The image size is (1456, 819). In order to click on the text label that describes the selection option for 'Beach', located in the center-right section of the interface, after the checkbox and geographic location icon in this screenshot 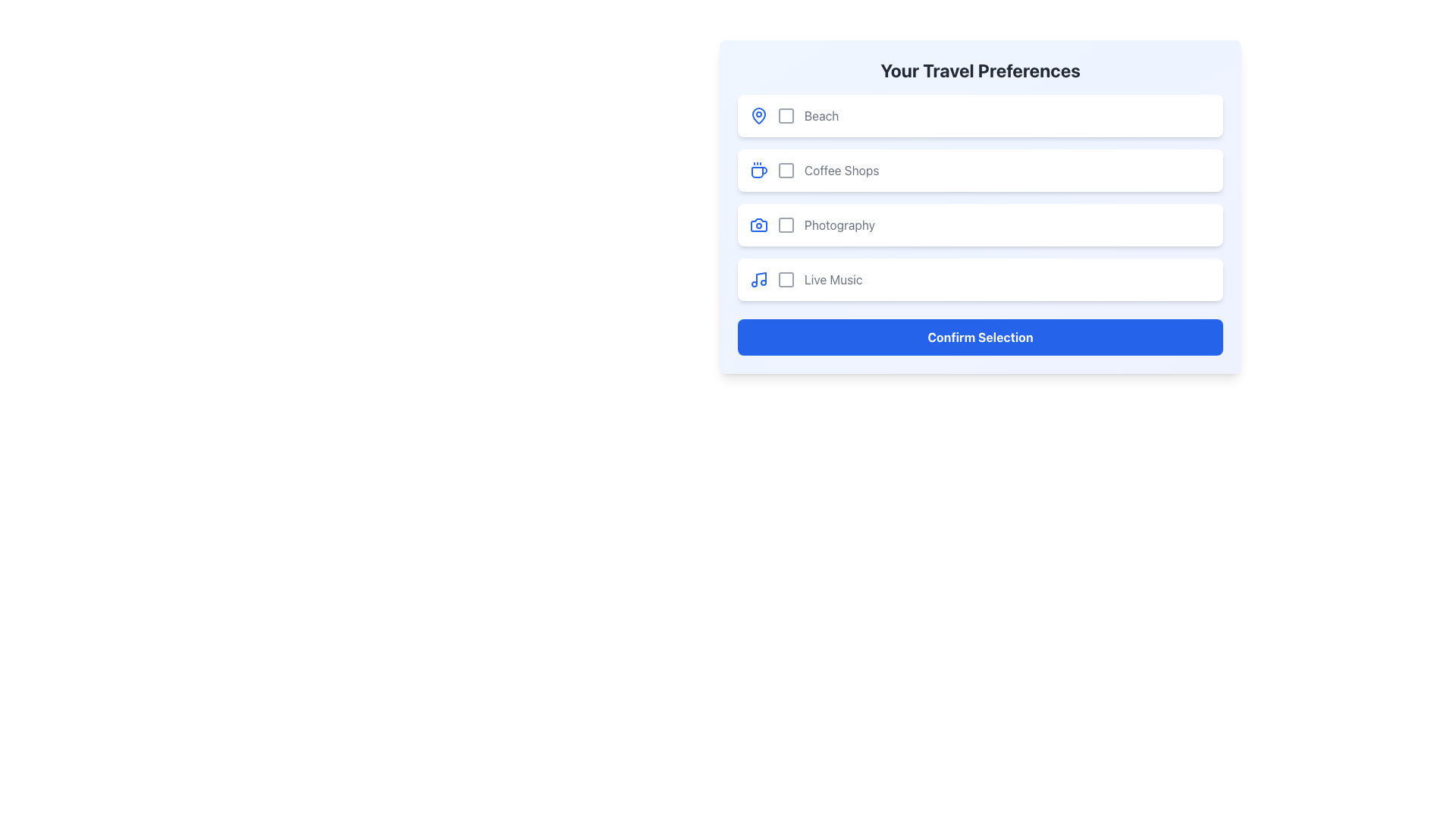, I will do `click(821, 115)`.